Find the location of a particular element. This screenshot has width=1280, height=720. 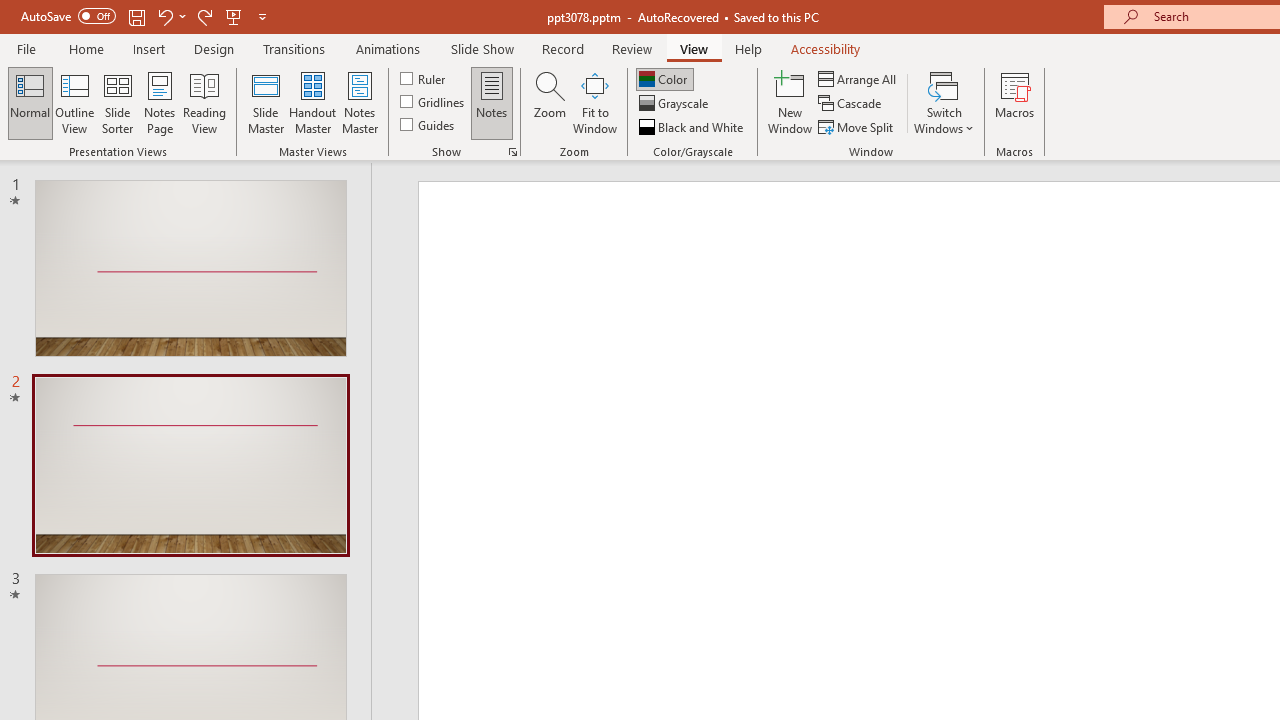

'Zoom...' is located at coordinates (549, 103).